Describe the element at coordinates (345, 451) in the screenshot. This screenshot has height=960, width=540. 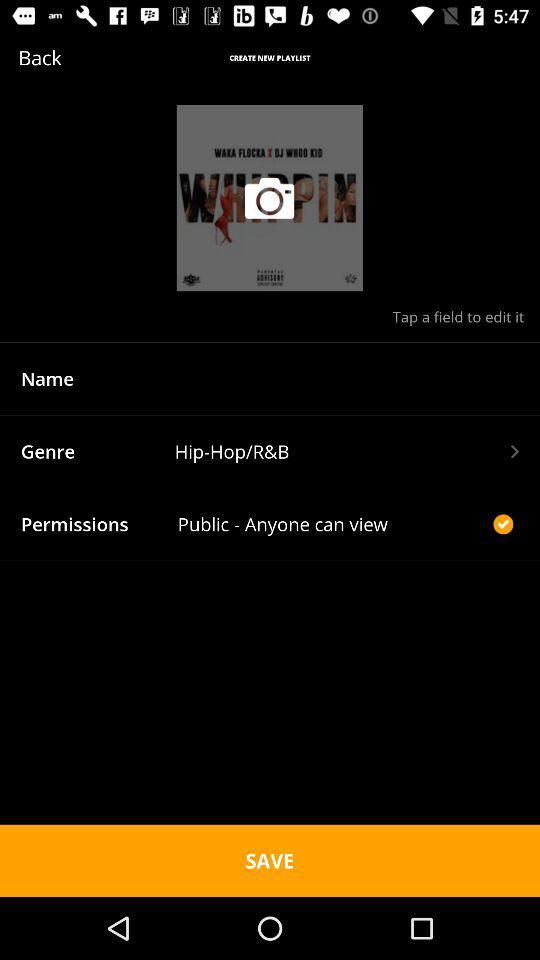
I see `icon next to genre item` at that location.